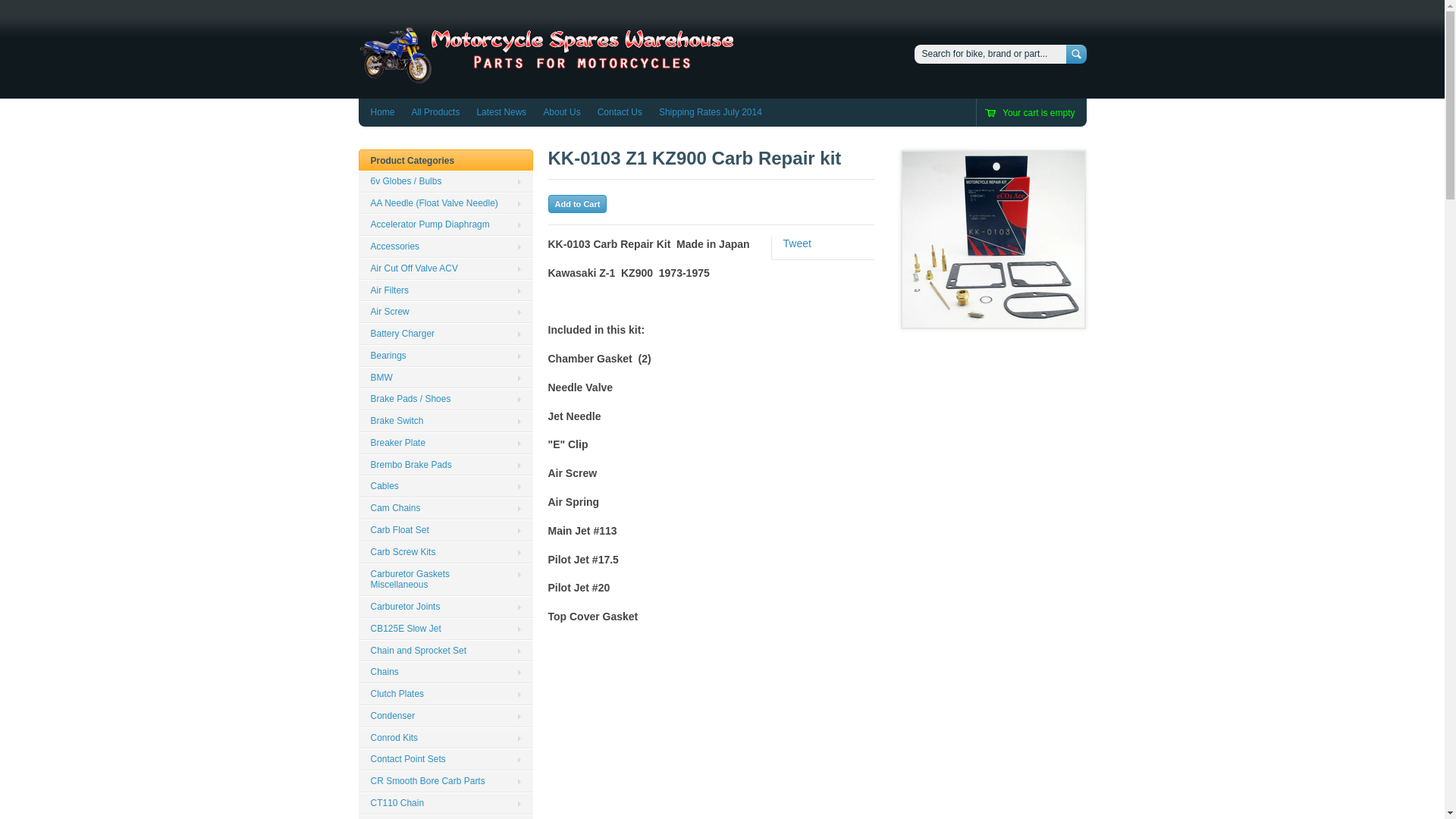  Describe the element at coordinates (444, 629) in the screenshot. I see `'CB125E Slow Jet'` at that location.